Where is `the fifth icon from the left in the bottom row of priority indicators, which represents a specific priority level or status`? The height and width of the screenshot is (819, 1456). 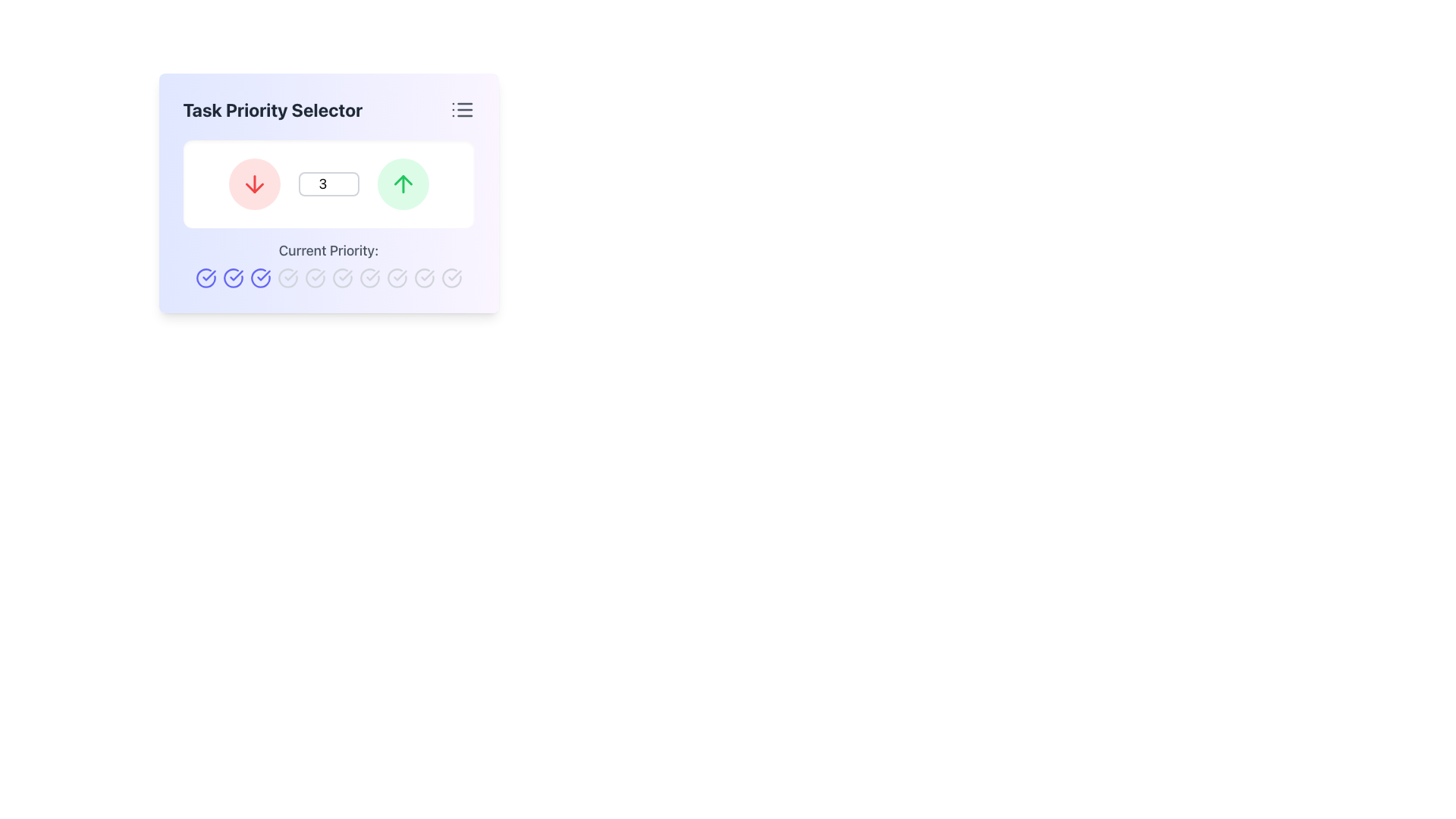
the fifth icon from the left in the bottom row of priority indicators, which represents a specific priority level or status is located at coordinates (397, 278).